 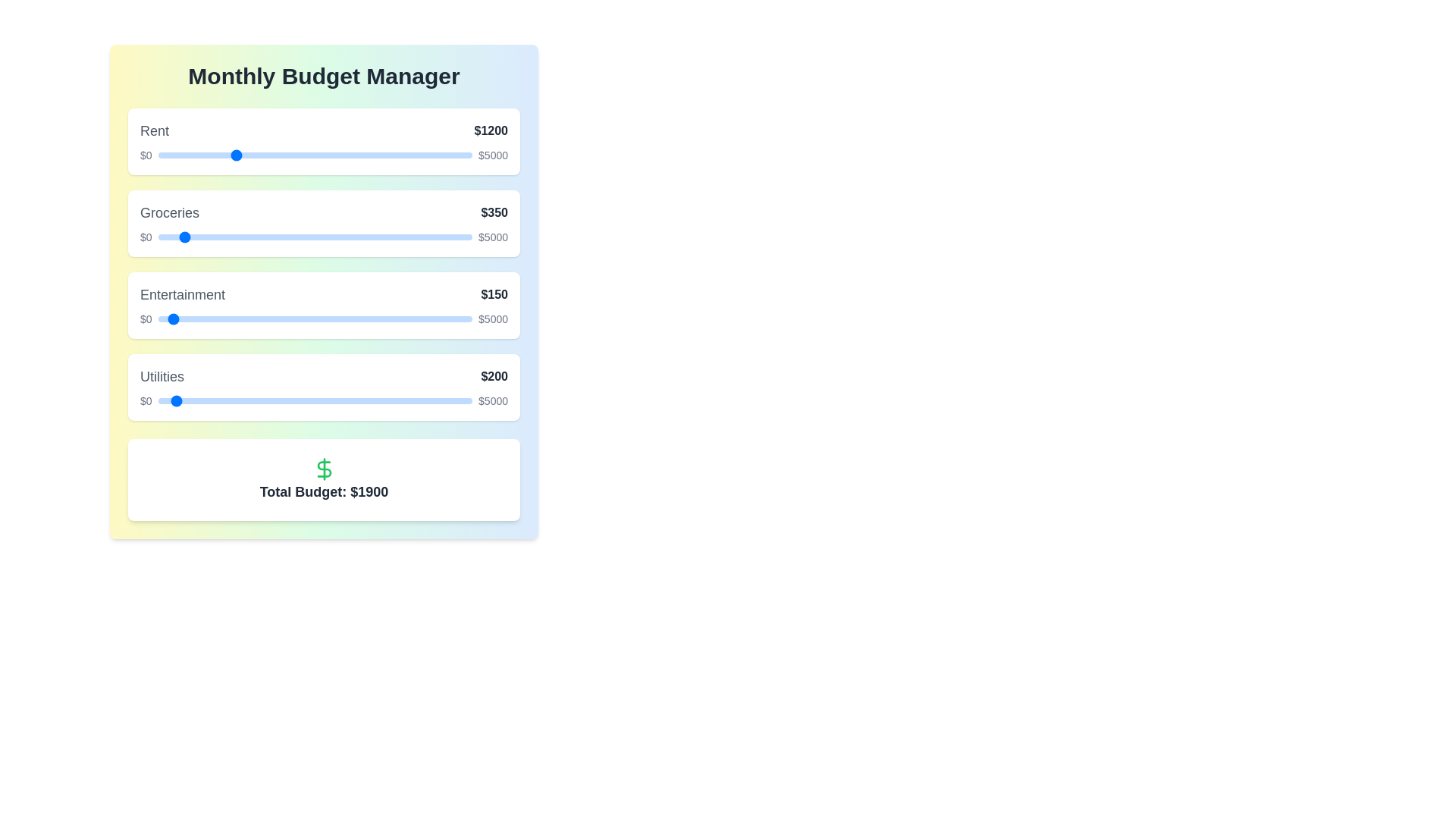 What do you see at coordinates (396, 318) in the screenshot?
I see `the entertainment budget slider` at bounding box center [396, 318].